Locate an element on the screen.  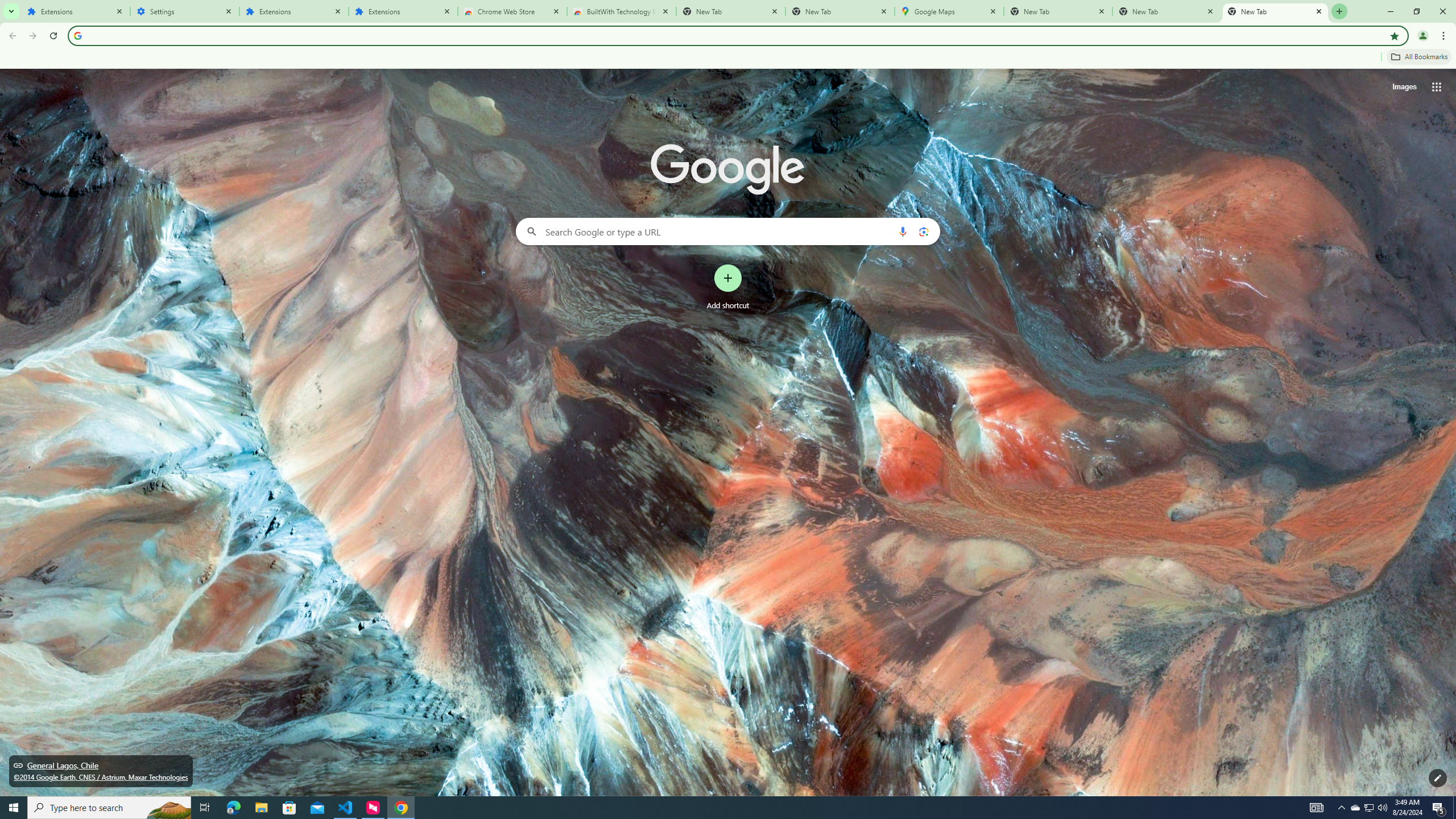
'New Tab' is located at coordinates (1275, 11).